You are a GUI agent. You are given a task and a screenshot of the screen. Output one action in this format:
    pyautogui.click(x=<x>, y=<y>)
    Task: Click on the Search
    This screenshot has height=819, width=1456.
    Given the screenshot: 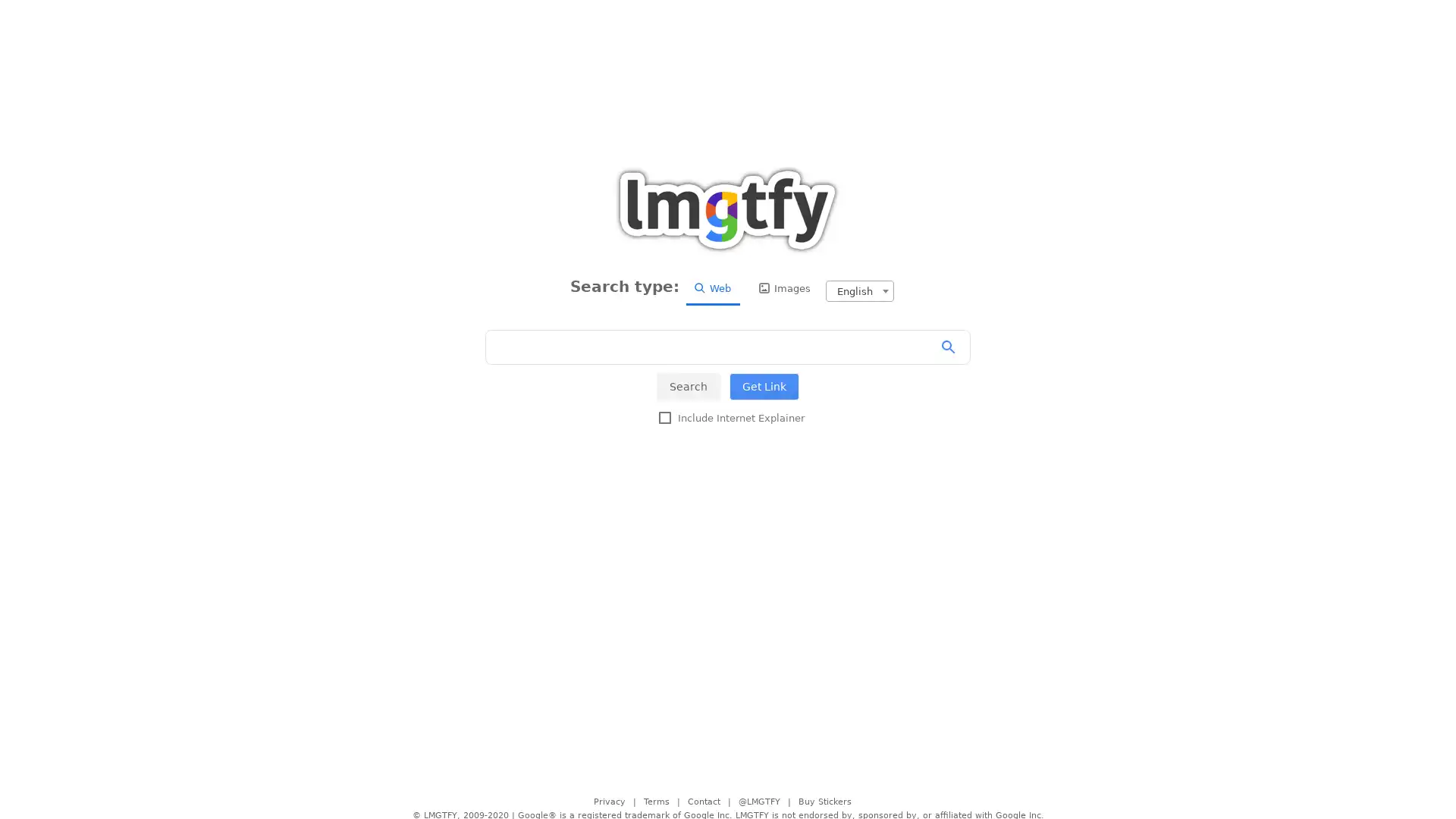 What is the action you would take?
    pyautogui.click(x=952, y=347)
    